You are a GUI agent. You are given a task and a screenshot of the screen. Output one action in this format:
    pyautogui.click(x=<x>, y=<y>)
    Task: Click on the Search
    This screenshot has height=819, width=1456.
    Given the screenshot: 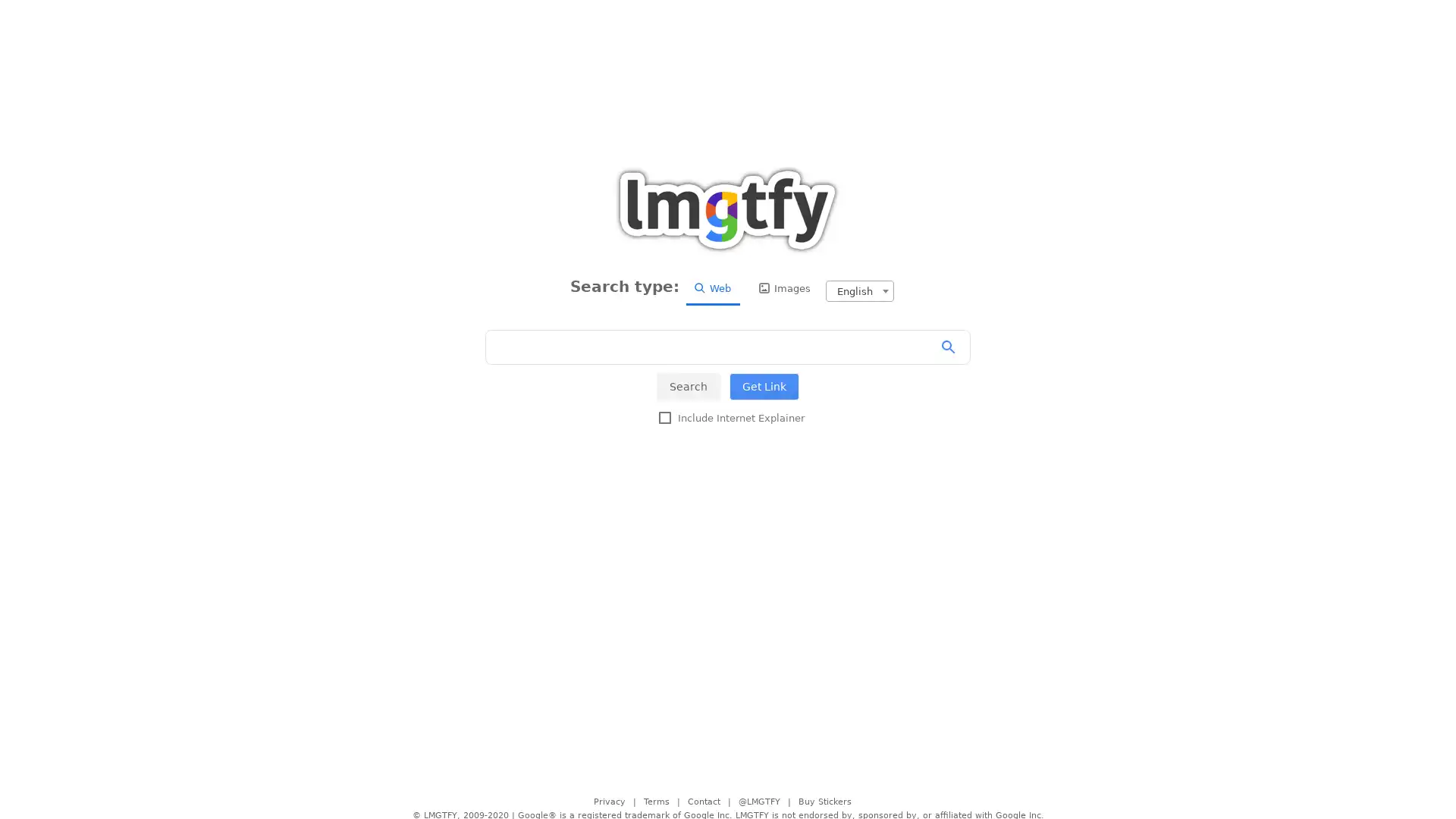 What is the action you would take?
    pyautogui.click(x=952, y=347)
    